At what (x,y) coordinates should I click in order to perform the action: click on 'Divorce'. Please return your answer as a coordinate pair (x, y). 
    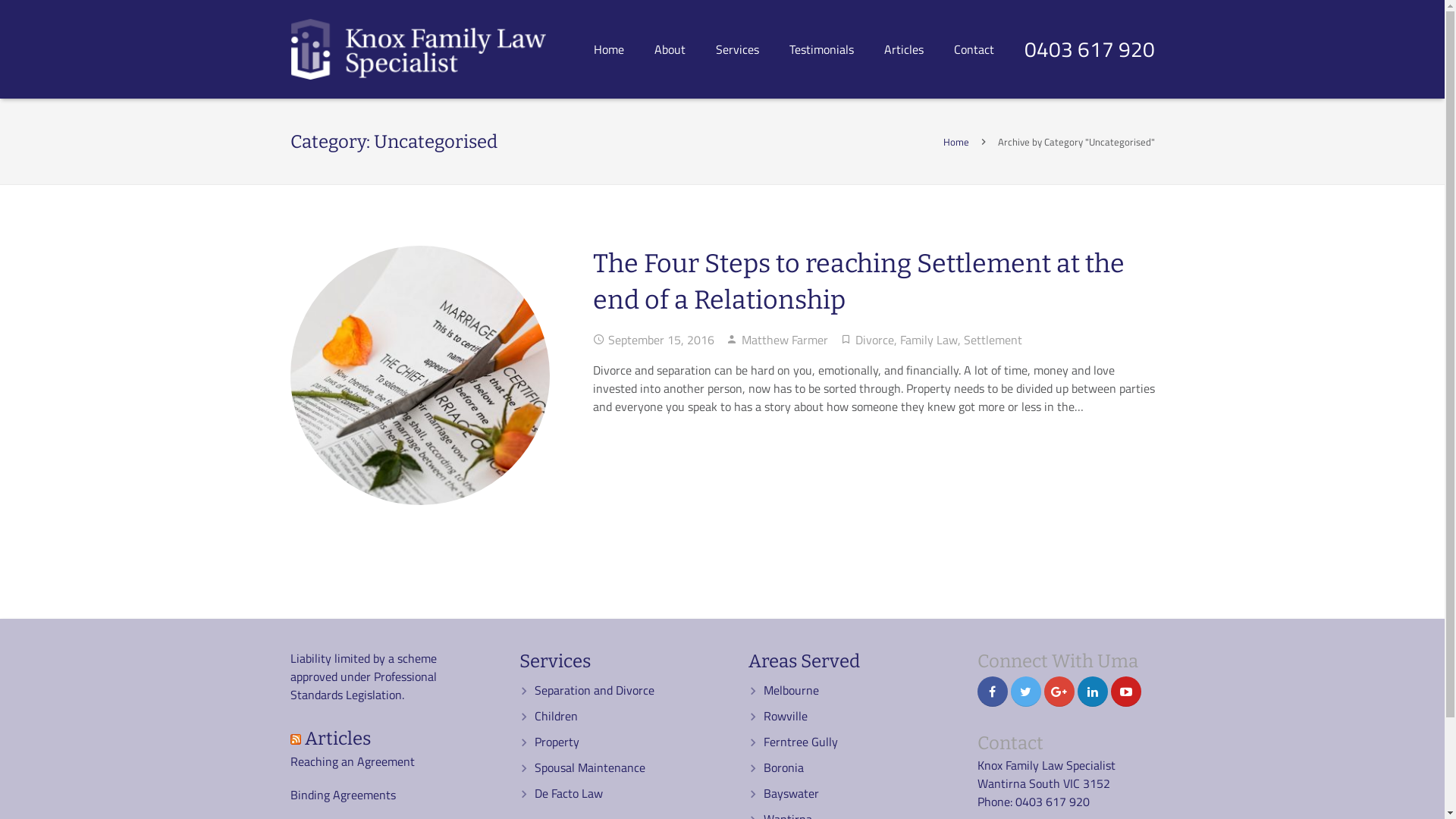
    Looking at the image, I should click on (874, 338).